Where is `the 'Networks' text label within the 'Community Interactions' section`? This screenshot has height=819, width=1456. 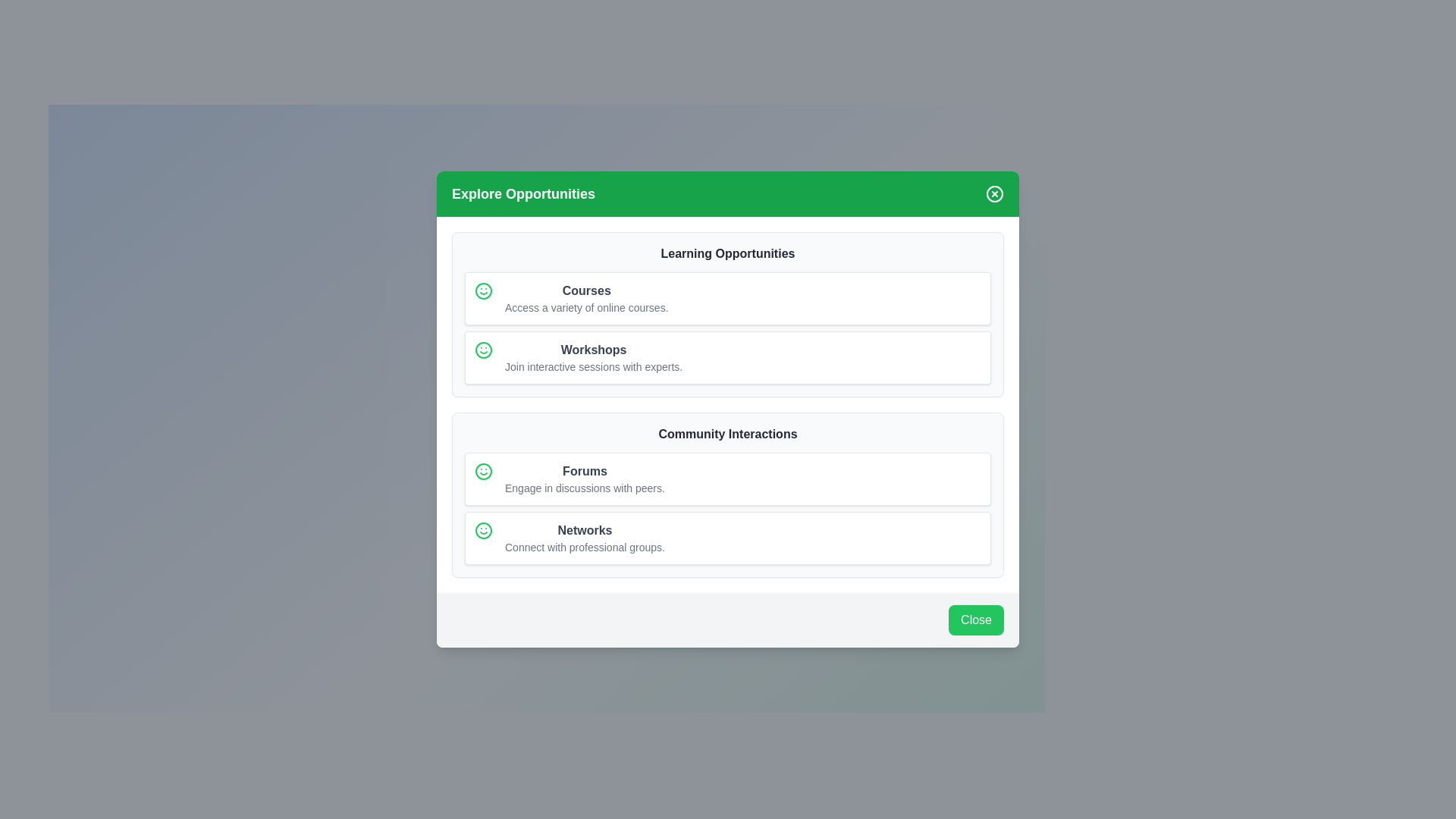
the 'Networks' text label within the 'Community Interactions' section is located at coordinates (584, 537).